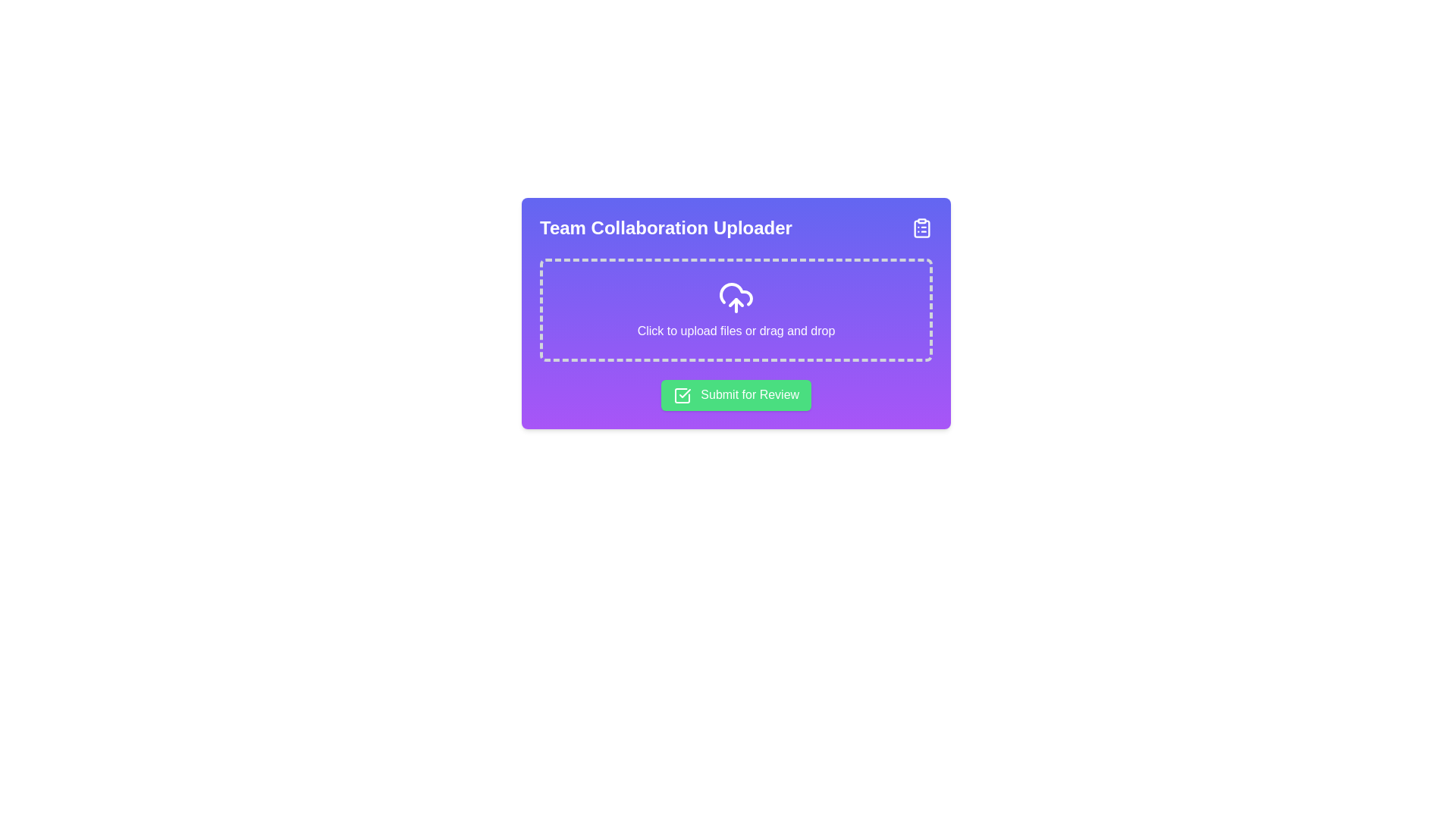  I want to click on the cloud upload icon, which is represented by a white cloud with an upward arrow on a purple background, to initiate the upload dialog, so click(736, 298).